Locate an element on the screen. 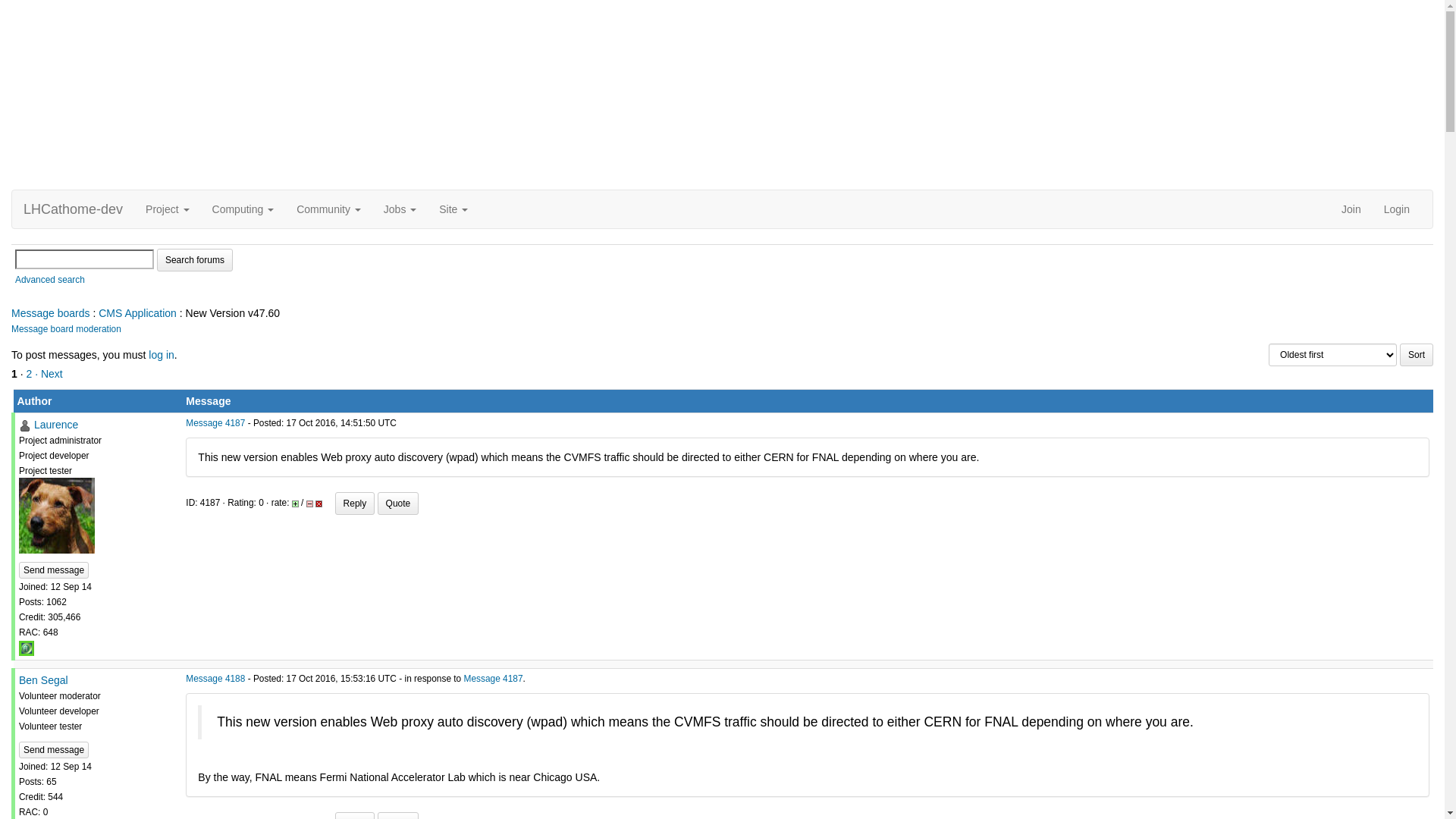 Image resolution: width=1456 pixels, height=819 pixels. 'Message boards' is located at coordinates (11, 312).